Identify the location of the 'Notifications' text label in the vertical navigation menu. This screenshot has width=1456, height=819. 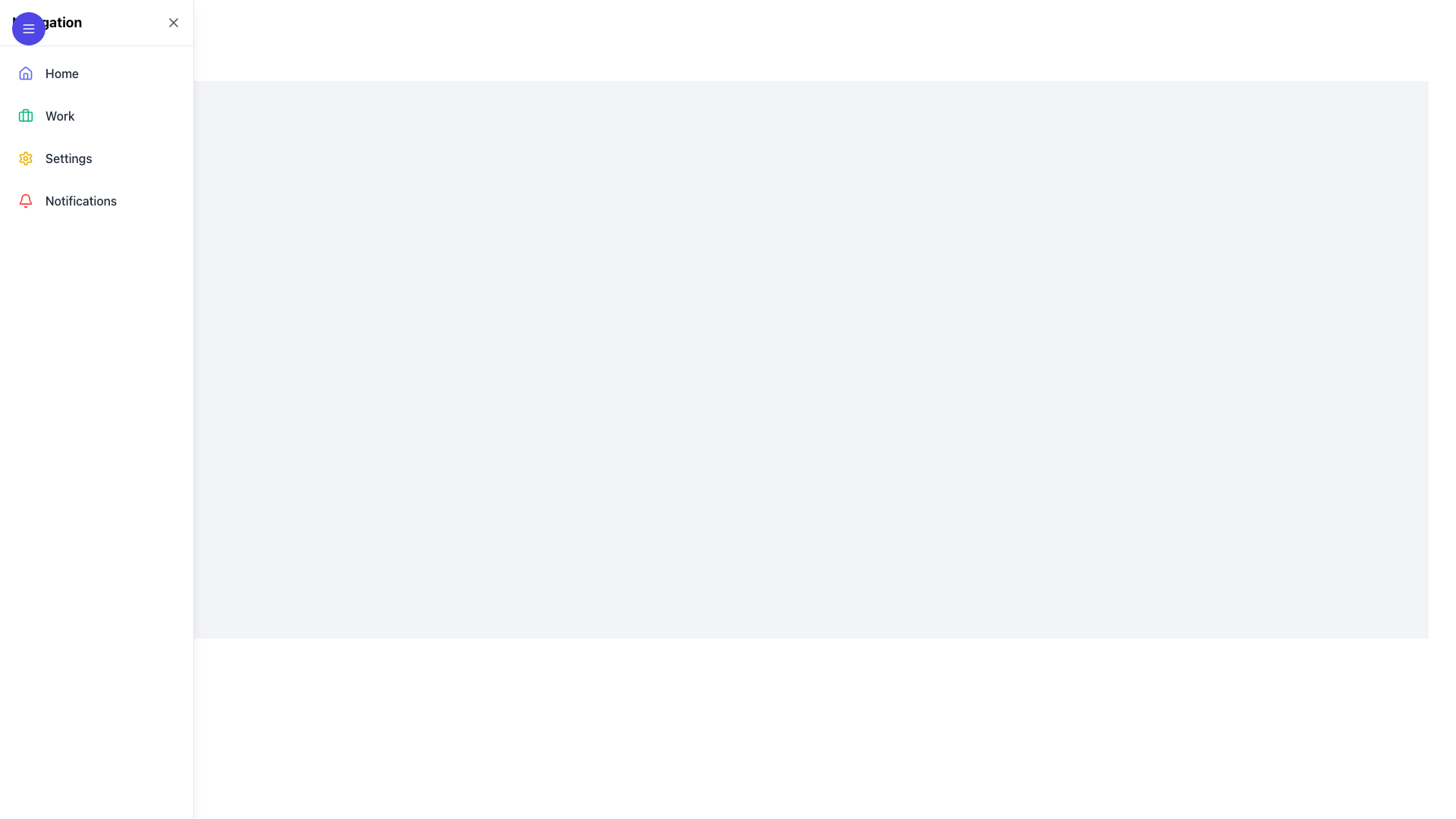
(80, 200).